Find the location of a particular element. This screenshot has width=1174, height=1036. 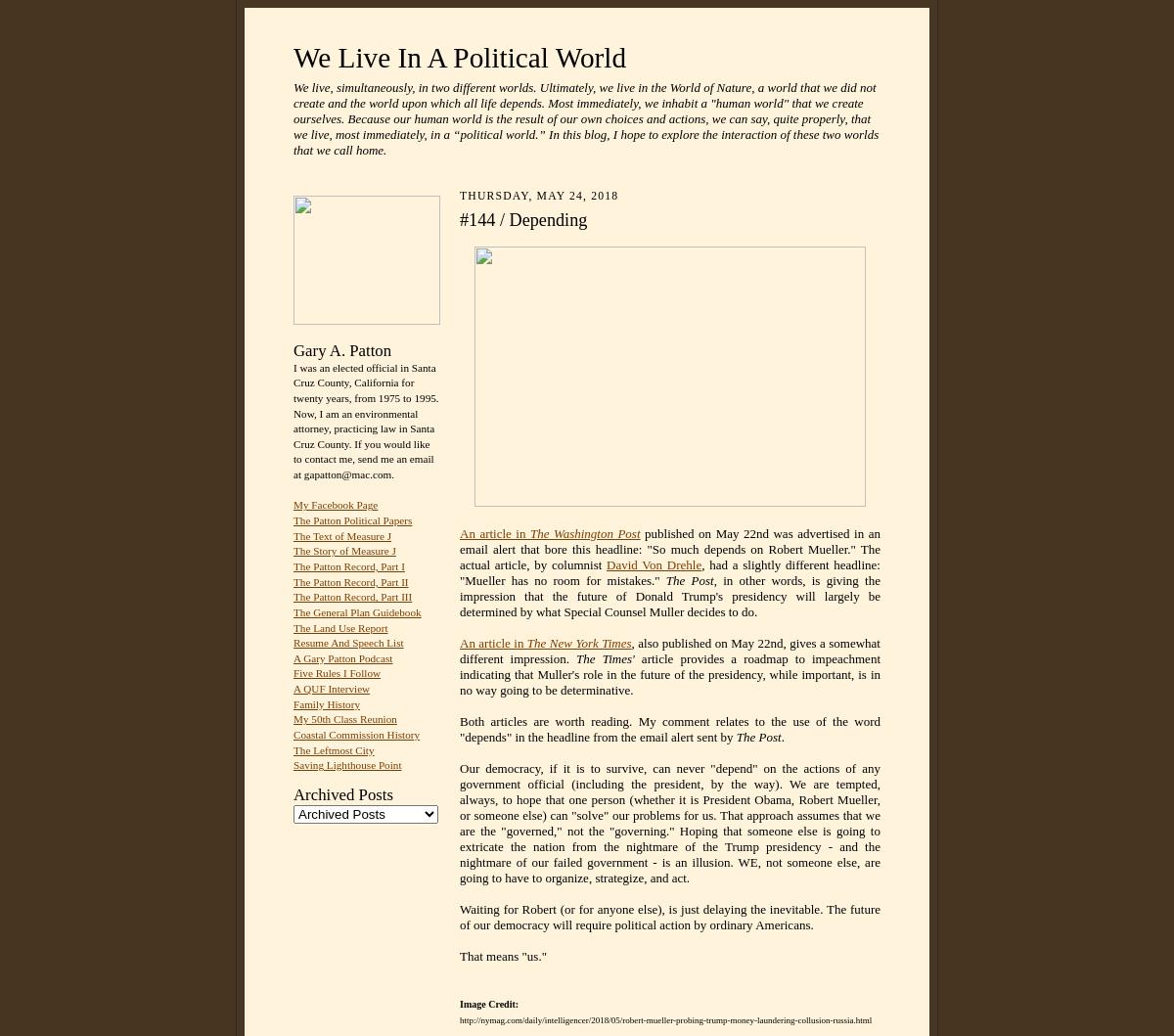

', also published on May 22nd, gives a somewhat different impression.' is located at coordinates (669, 651).